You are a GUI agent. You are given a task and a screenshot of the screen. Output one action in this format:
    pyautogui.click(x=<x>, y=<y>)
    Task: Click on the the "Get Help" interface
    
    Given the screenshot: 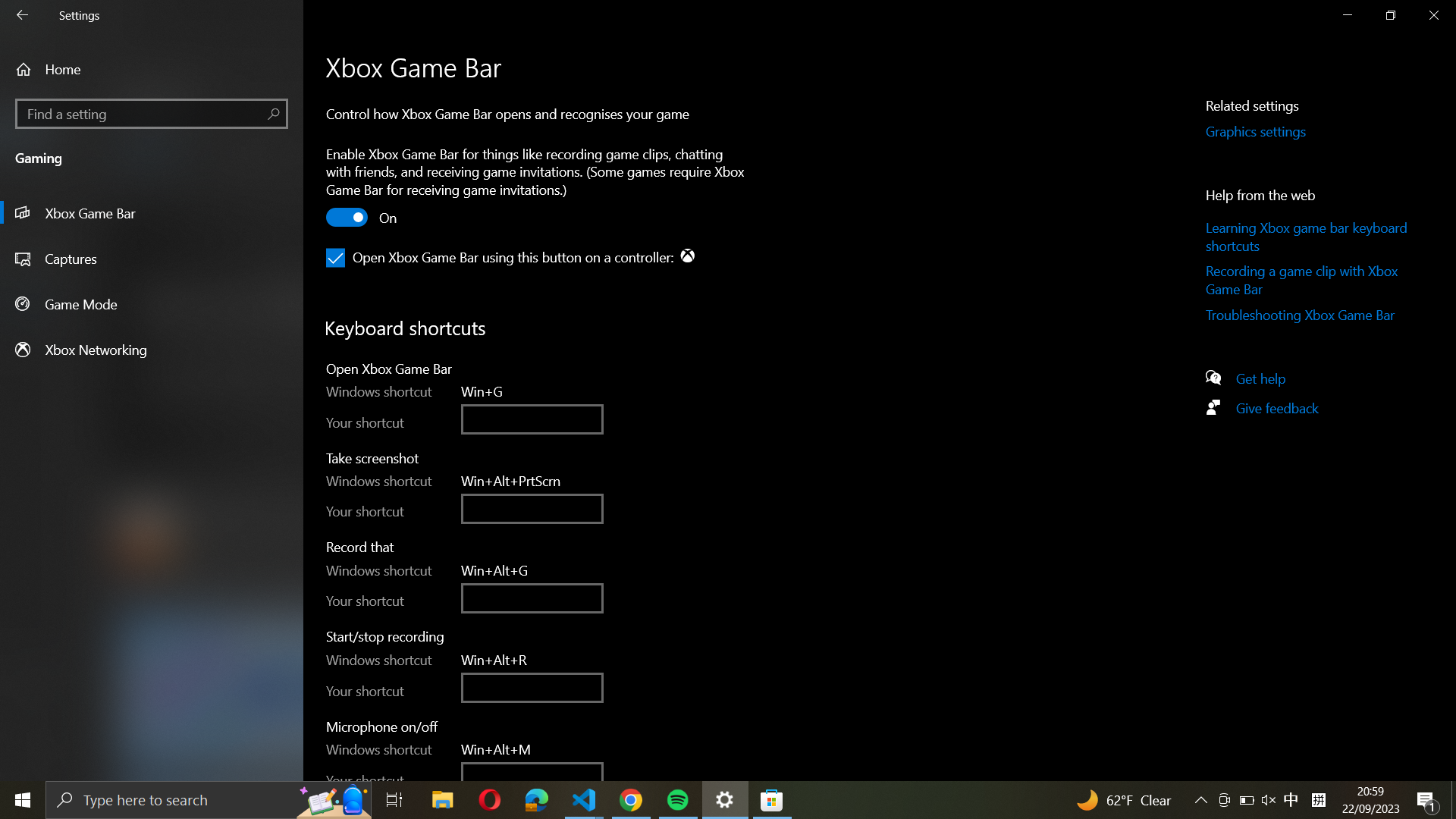 What is the action you would take?
    pyautogui.click(x=1267, y=376)
    